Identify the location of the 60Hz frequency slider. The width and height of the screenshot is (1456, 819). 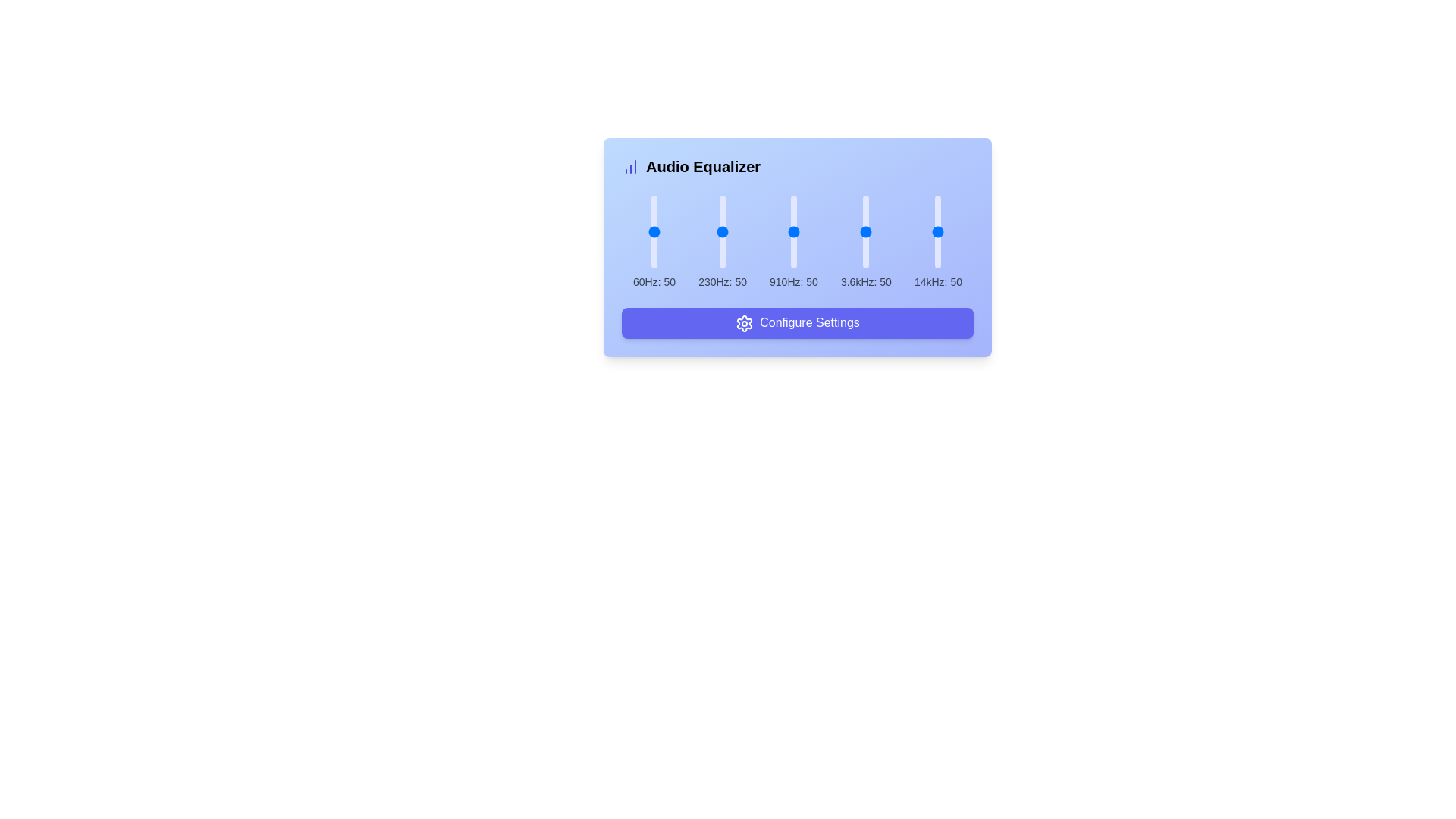
(654, 222).